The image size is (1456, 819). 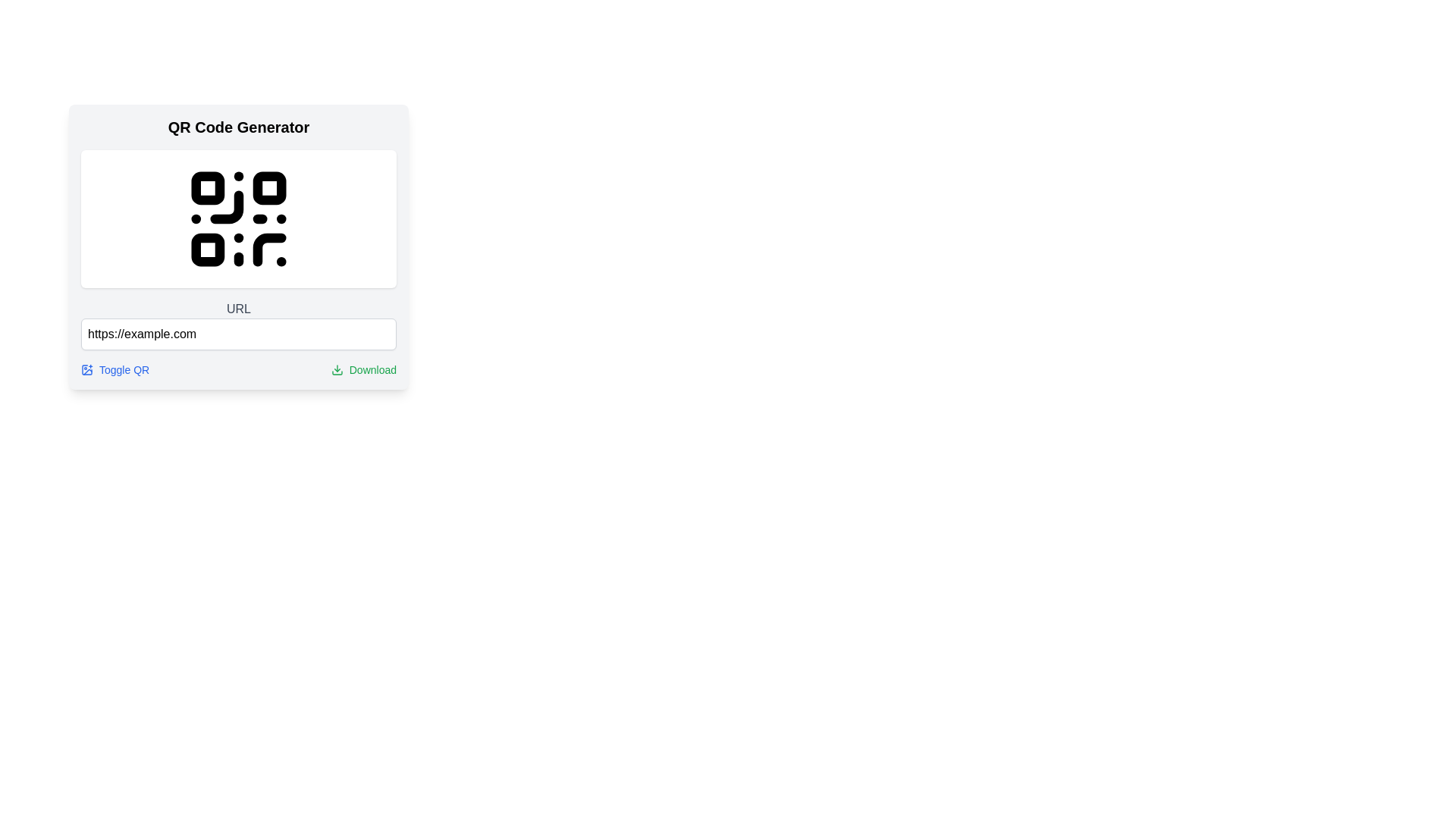 I want to click on the text-based hyperlink that toggles the visibility of the QR code display feature, located below the URL input field and before the 'Download' button, so click(x=124, y=370).